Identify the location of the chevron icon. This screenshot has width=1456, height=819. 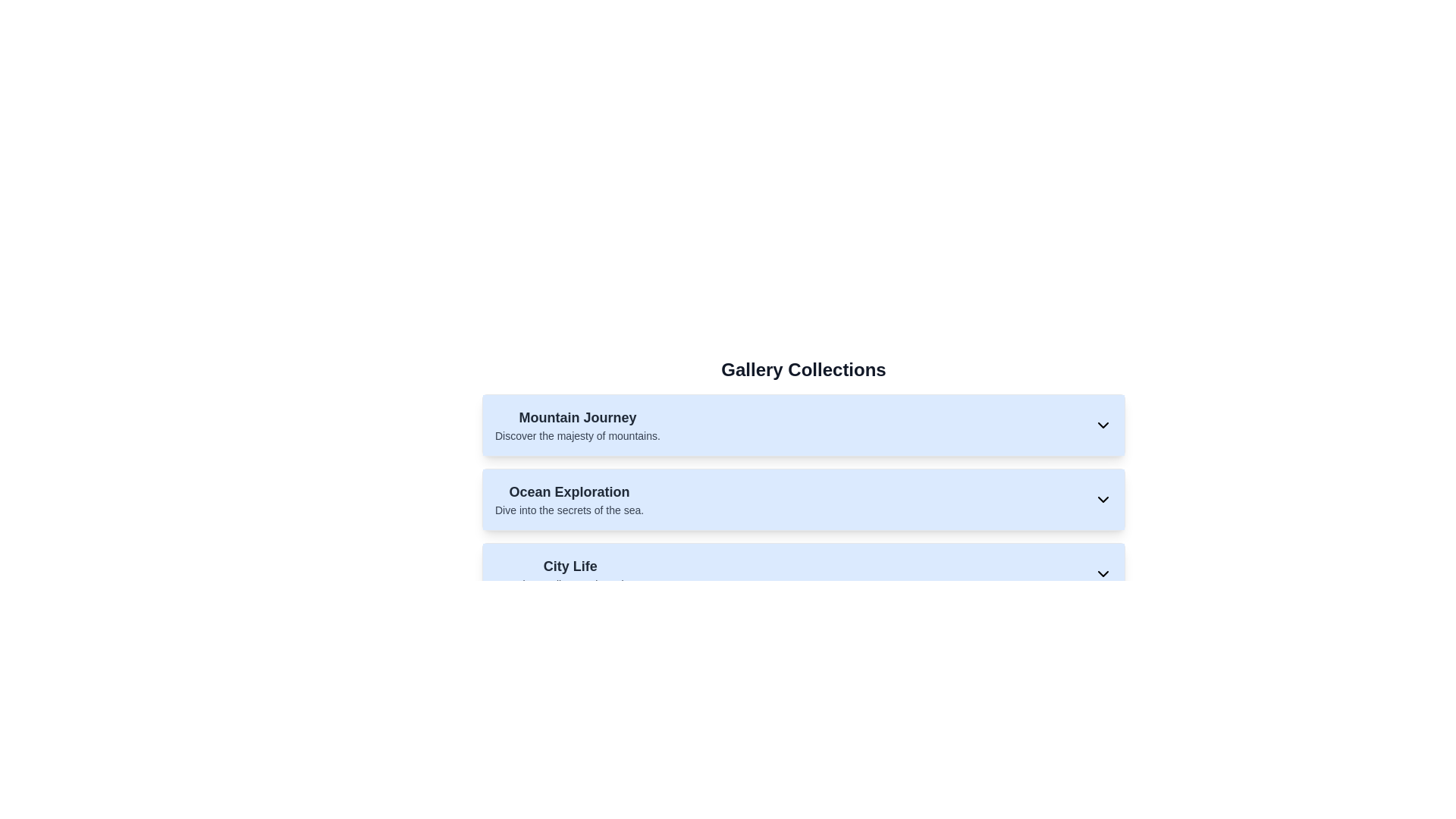
(1103, 500).